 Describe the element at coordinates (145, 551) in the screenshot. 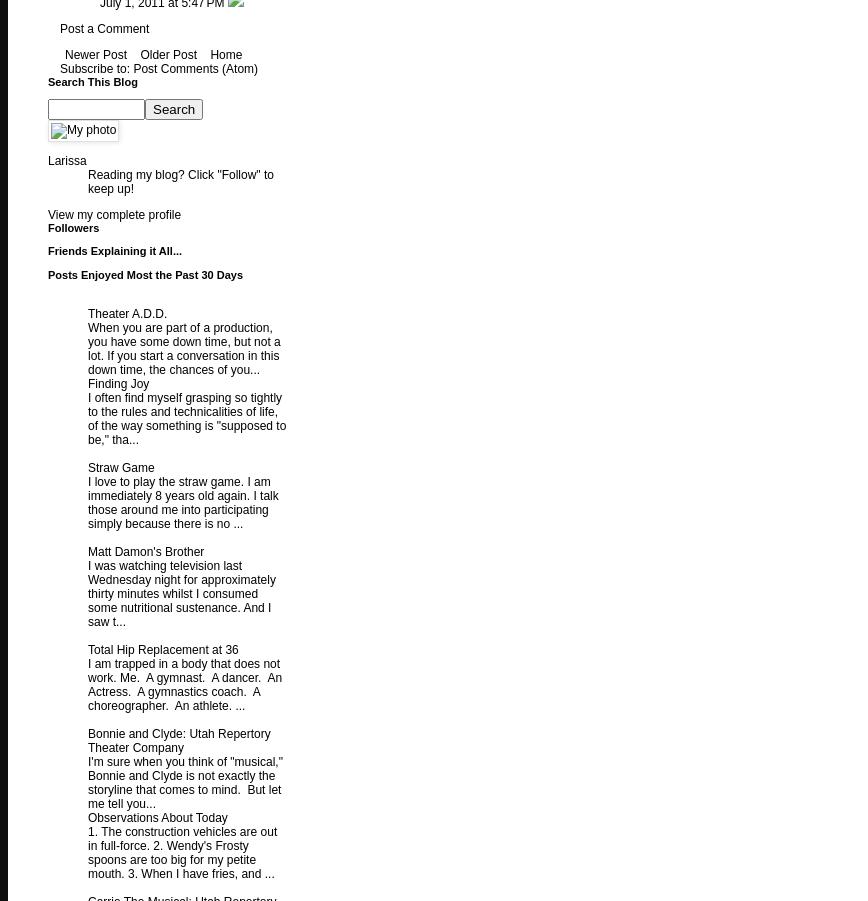

I see `'Matt Damon's Brother'` at that location.